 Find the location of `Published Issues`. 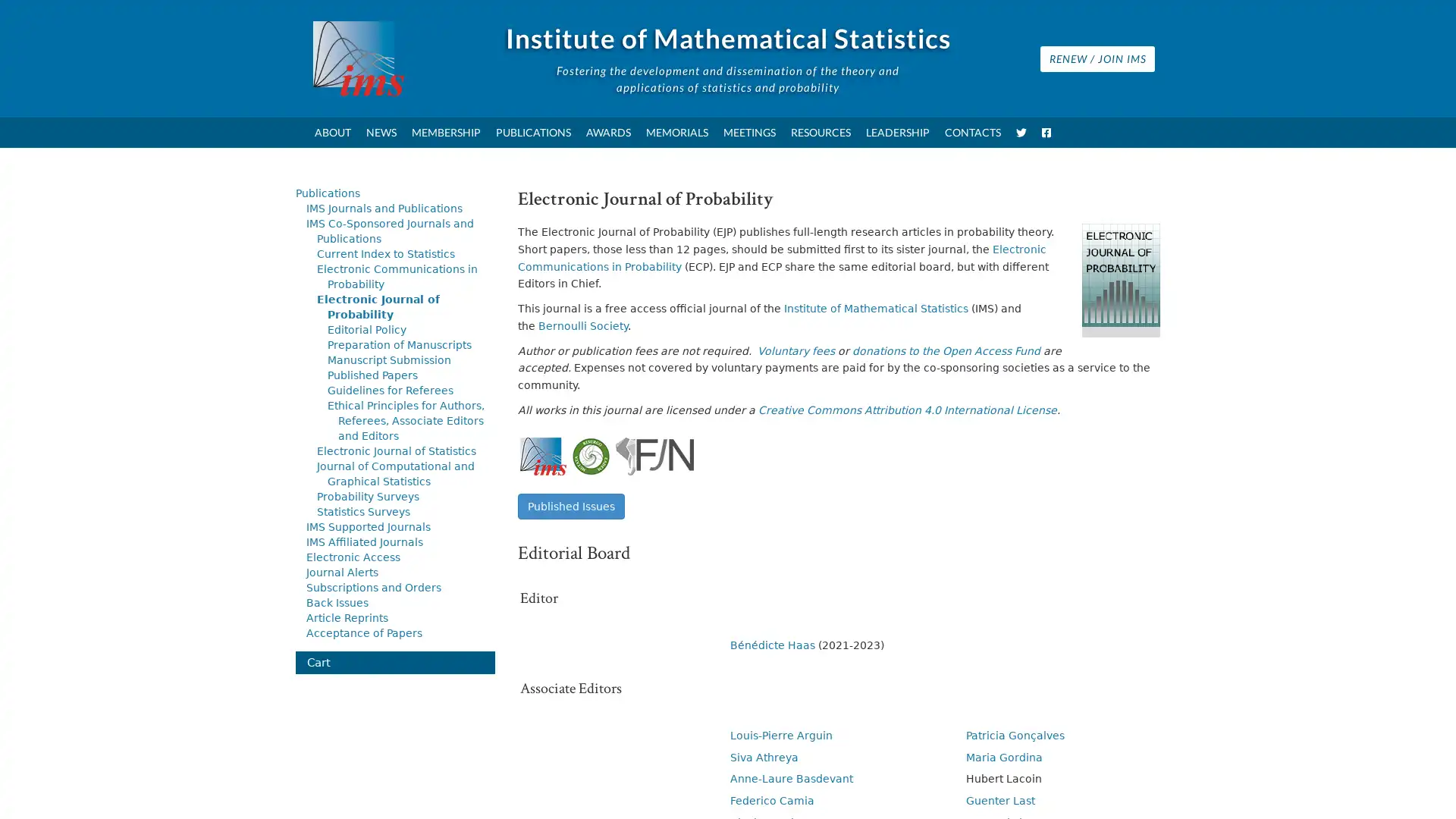

Published Issues is located at coordinates (570, 506).